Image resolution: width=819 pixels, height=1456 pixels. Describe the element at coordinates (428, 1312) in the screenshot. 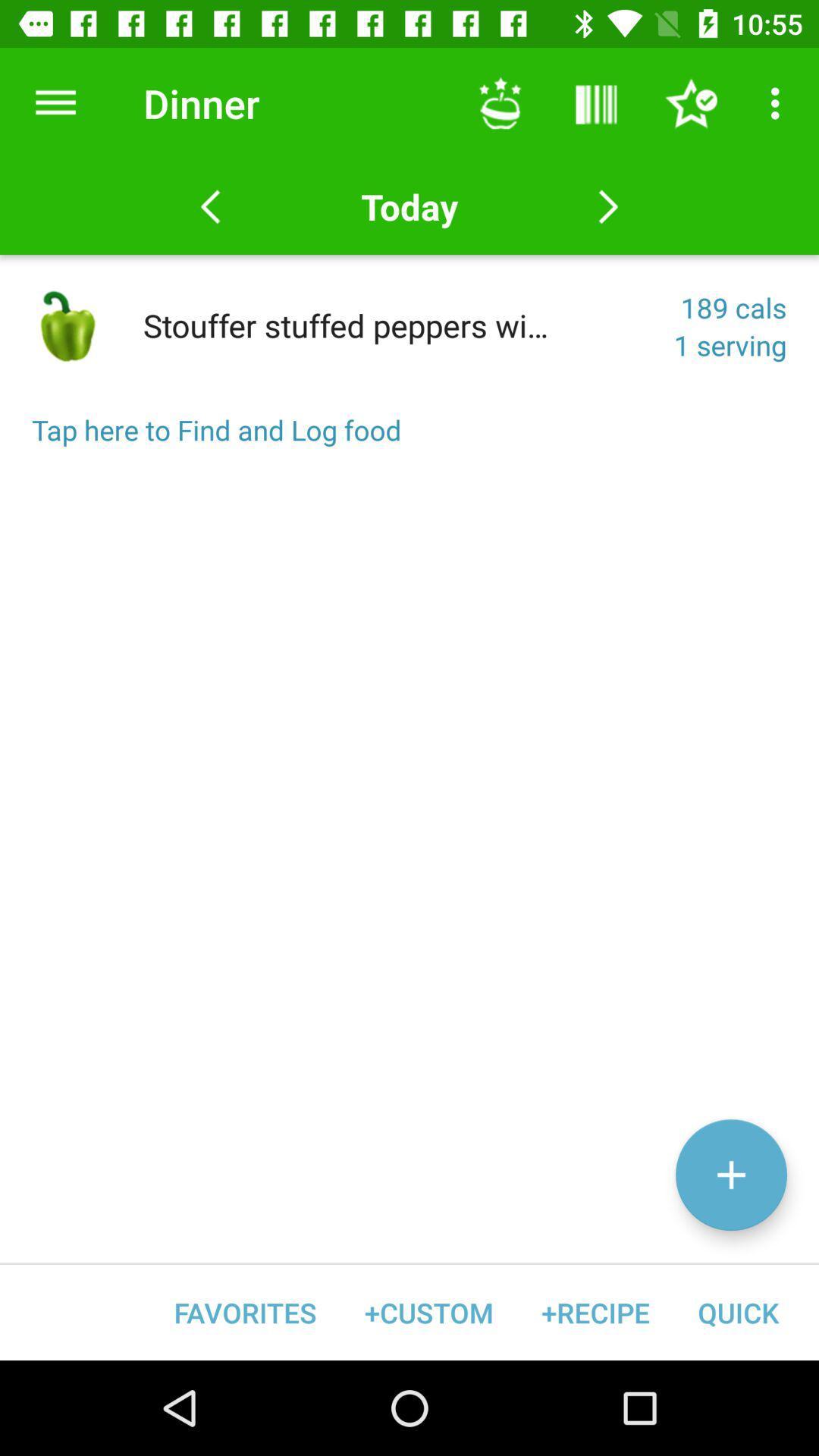

I see `the +custom icon` at that location.